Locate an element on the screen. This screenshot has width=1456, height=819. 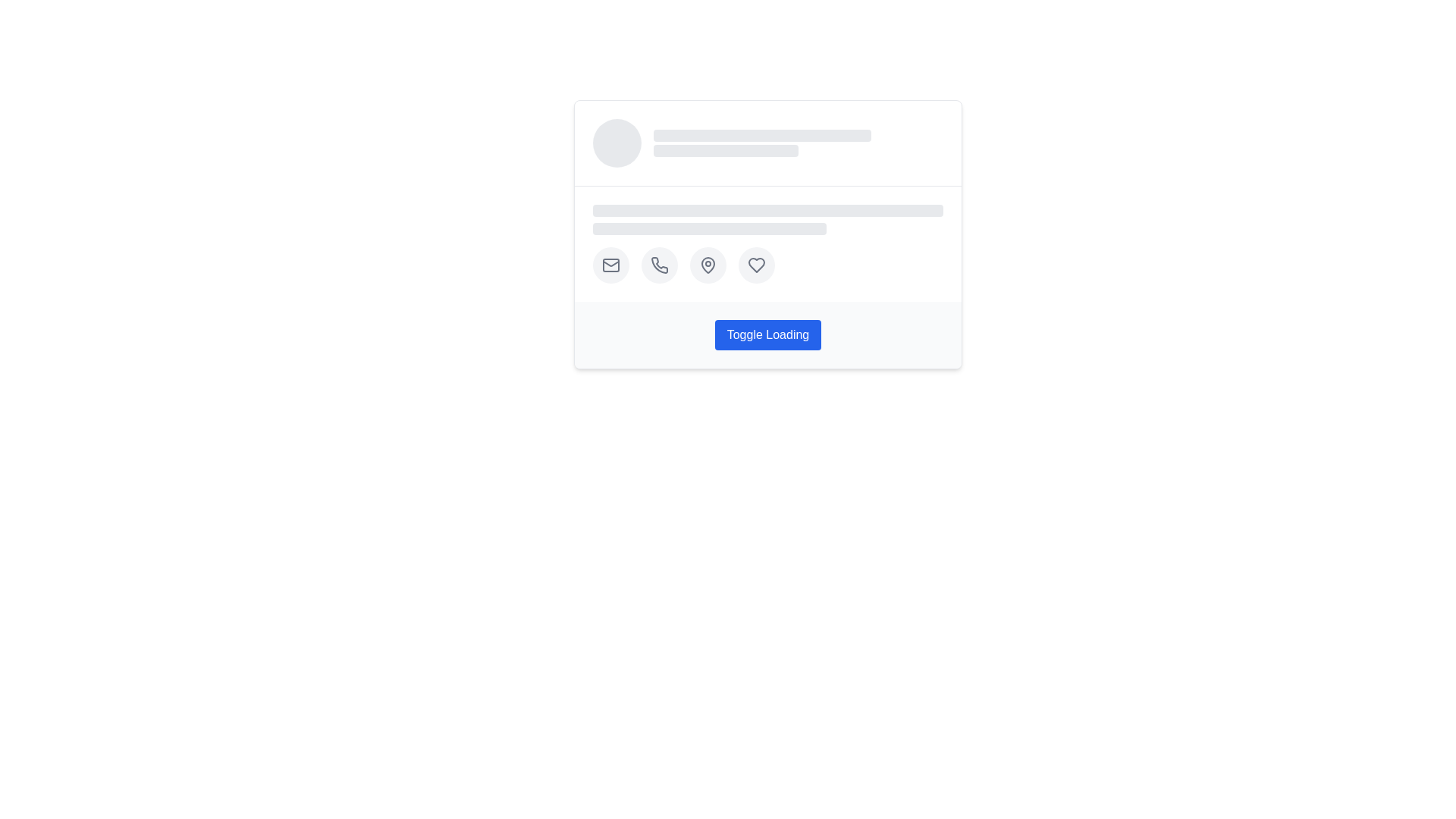
the map-related icon, which is the second from the left in a horizontal group below the main content area of the card is located at coordinates (708, 263).